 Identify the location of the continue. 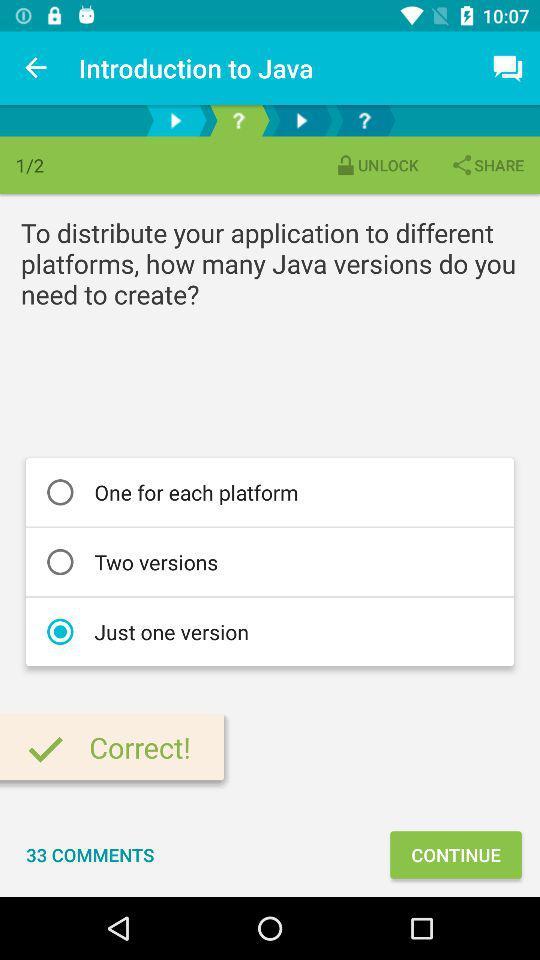
(455, 853).